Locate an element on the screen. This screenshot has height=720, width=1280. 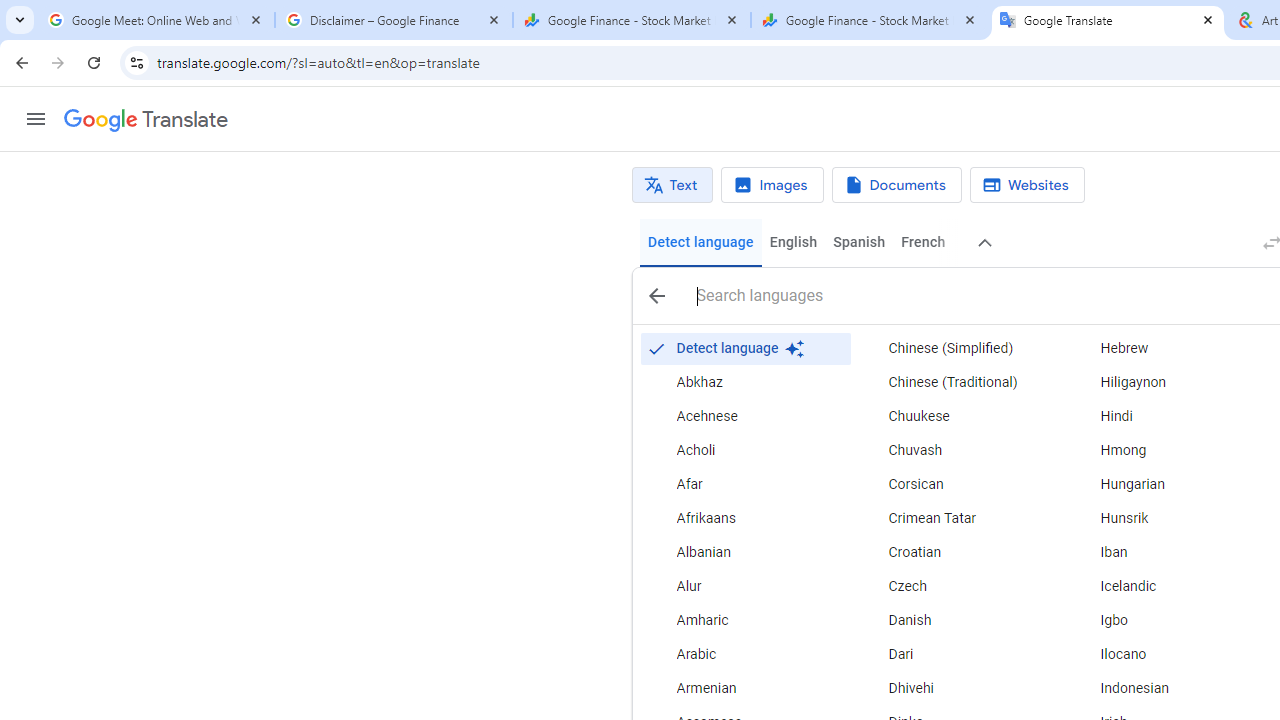
'Icelandic' is located at coordinates (1169, 586).